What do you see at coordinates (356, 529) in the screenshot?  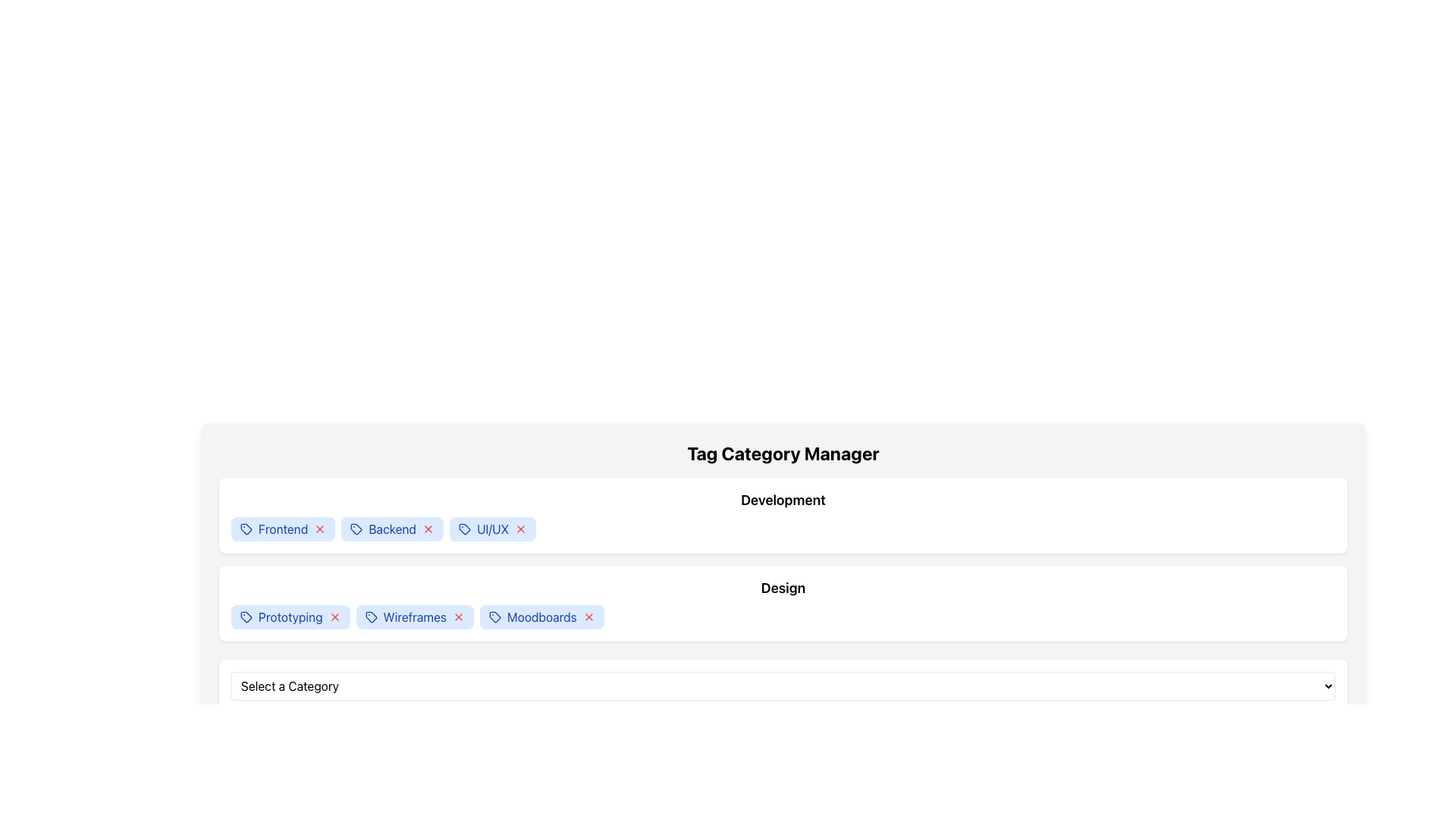 I see `the 'Backend' tag icon, which is an interactive SVG graphic located in the 'Development' section of the interface` at bounding box center [356, 529].